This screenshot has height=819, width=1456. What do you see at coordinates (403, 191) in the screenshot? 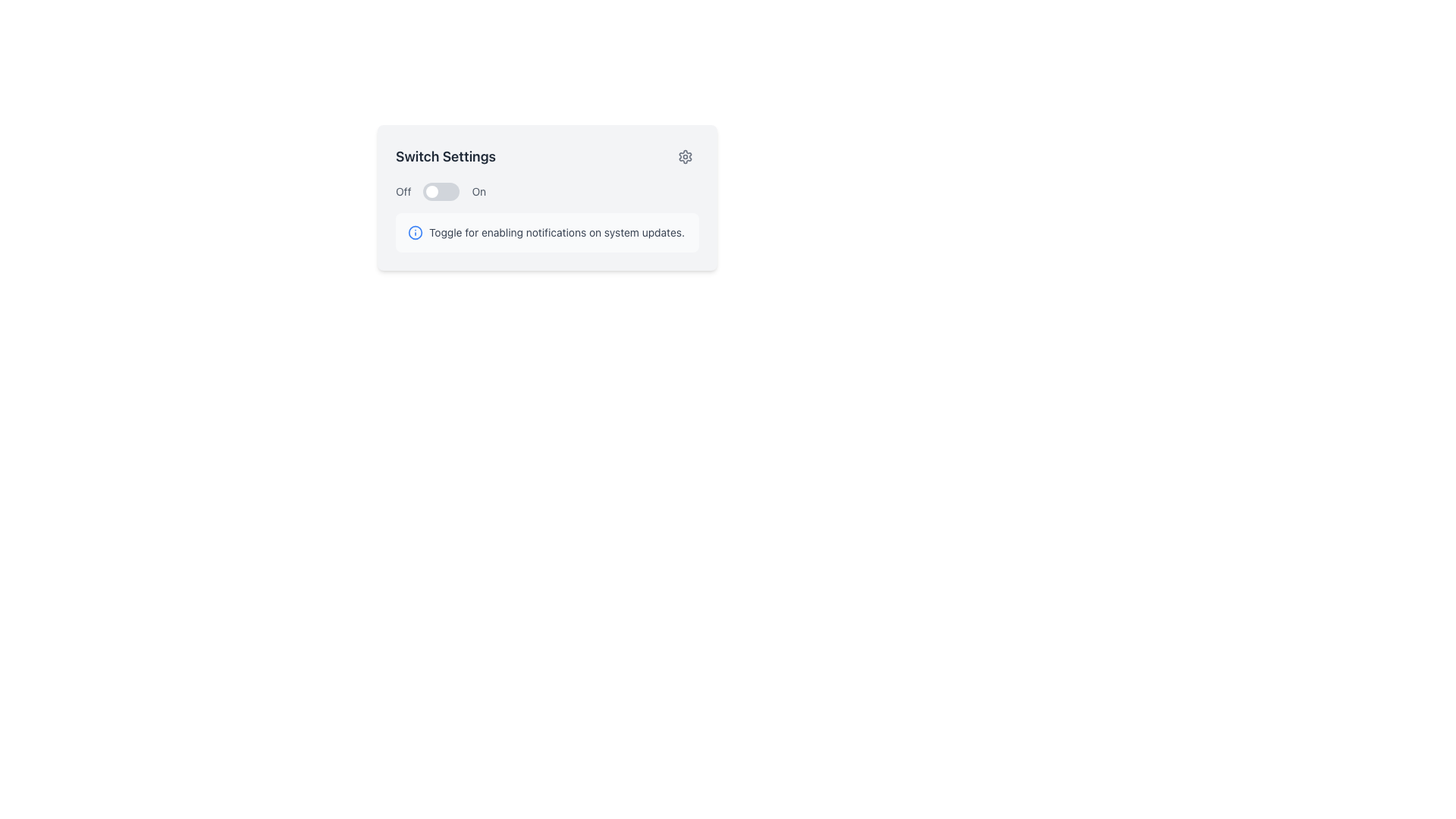
I see `the static text label indicating the status of the toggle switch when it is turned off, located on the left side of the switch control group` at bounding box center [403, 191].